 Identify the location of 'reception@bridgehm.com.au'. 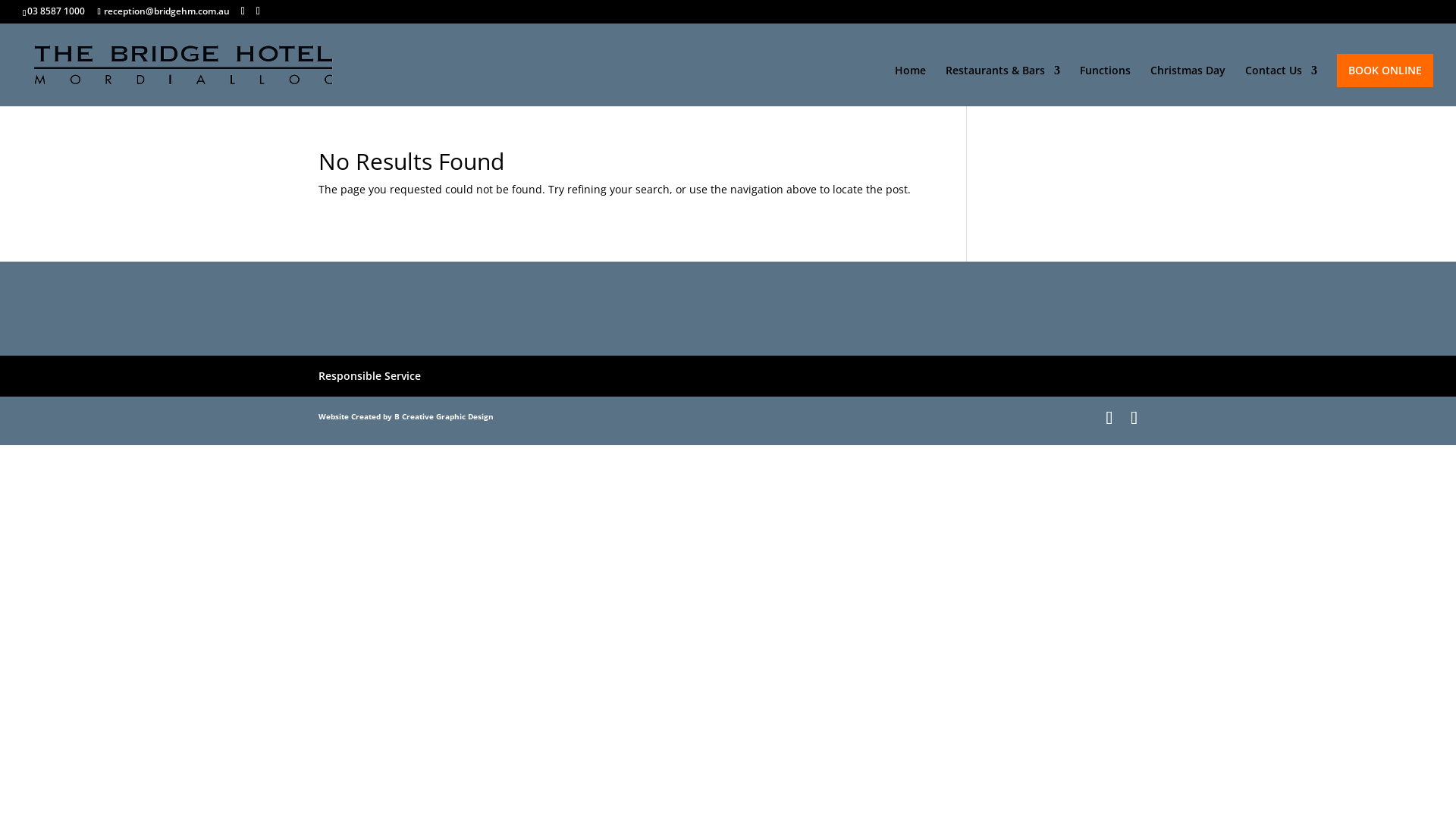
(163, 11).